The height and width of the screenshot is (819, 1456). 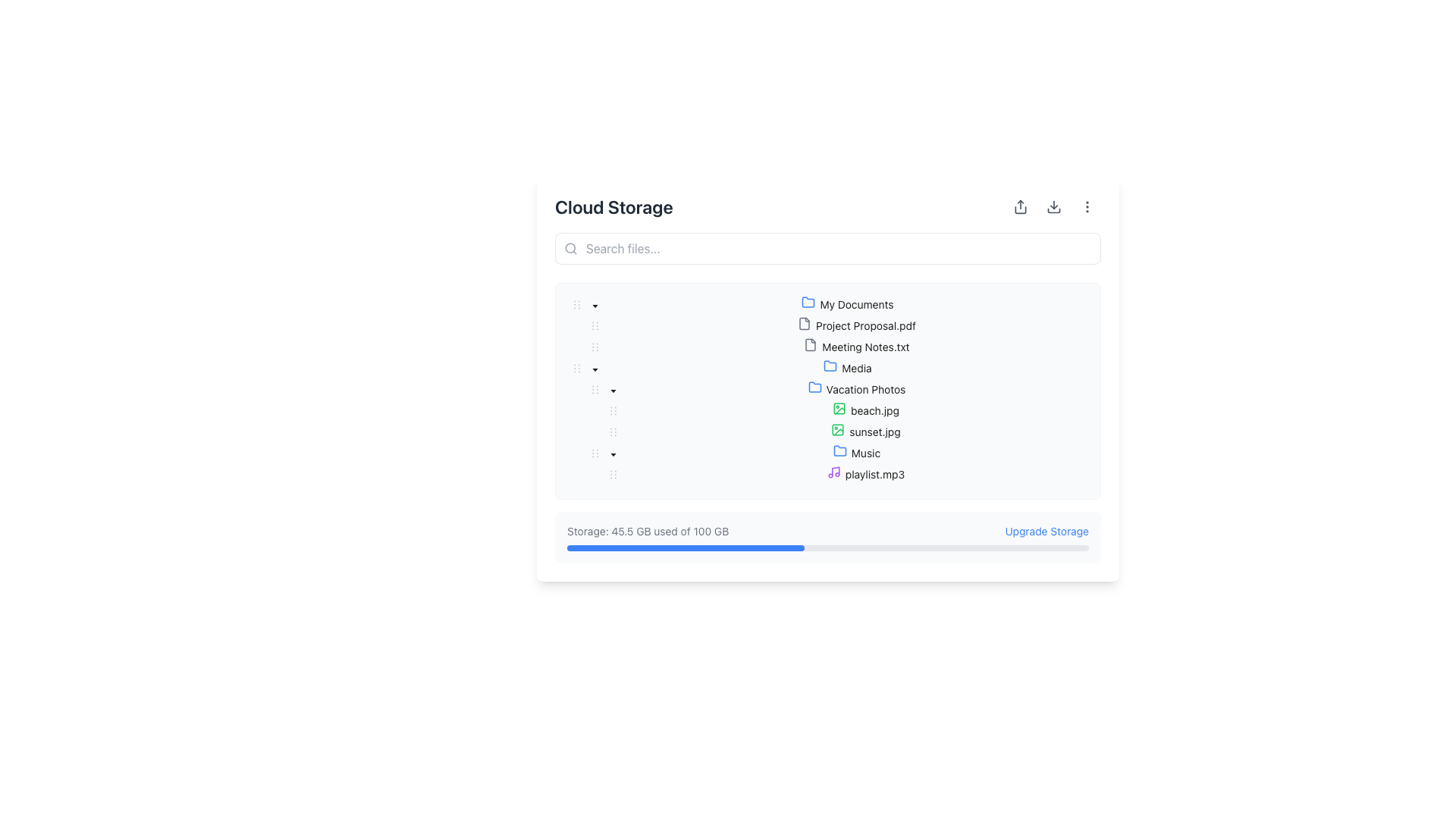 I want to click on file icon for 'Project Proposal.pdf' located in the 'Cloud Storage' interface by clicking on its center, so click(x=804, y=323).